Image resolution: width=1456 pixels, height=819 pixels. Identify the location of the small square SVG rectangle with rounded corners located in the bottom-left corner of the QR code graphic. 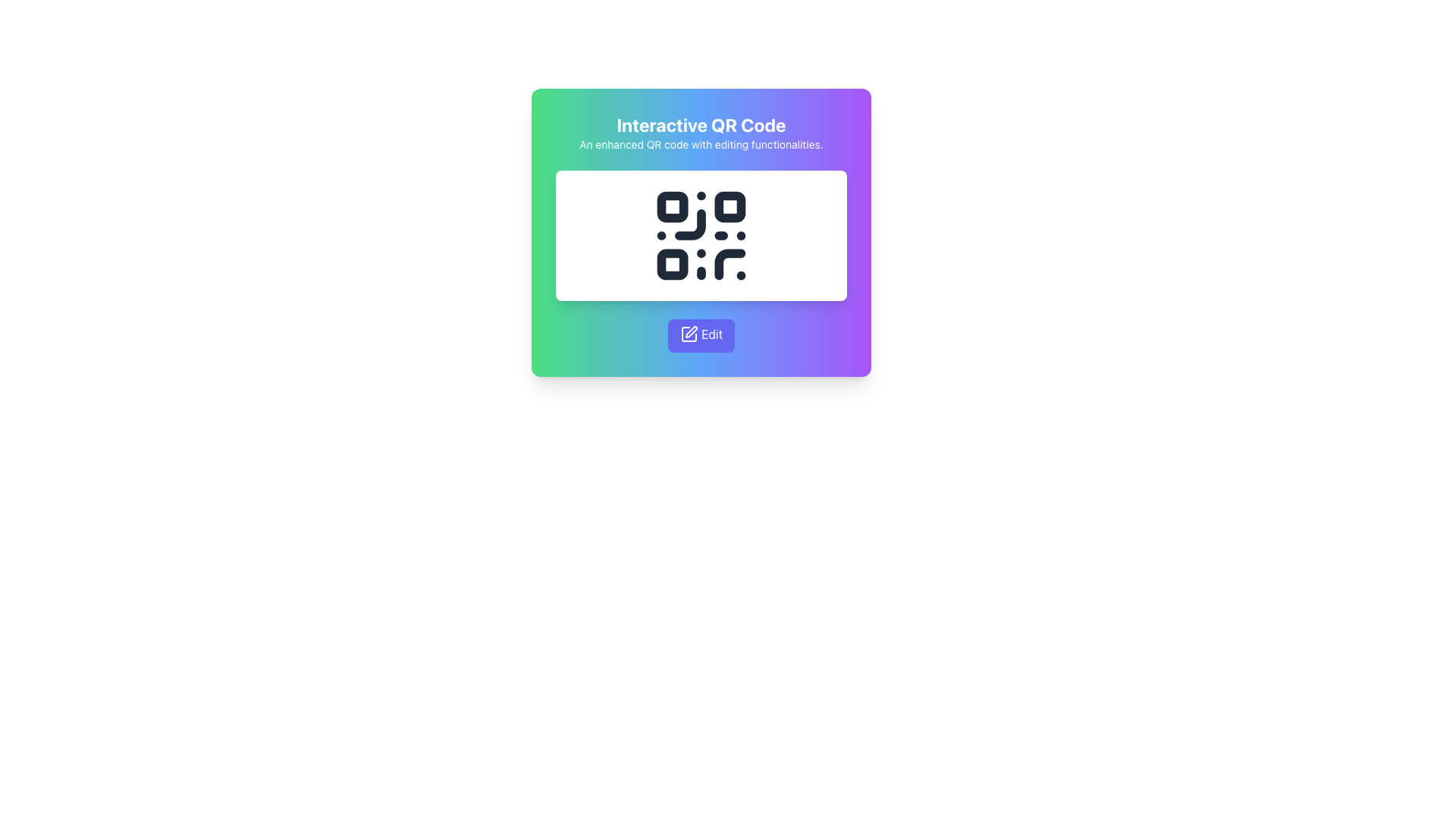
(672, 263).